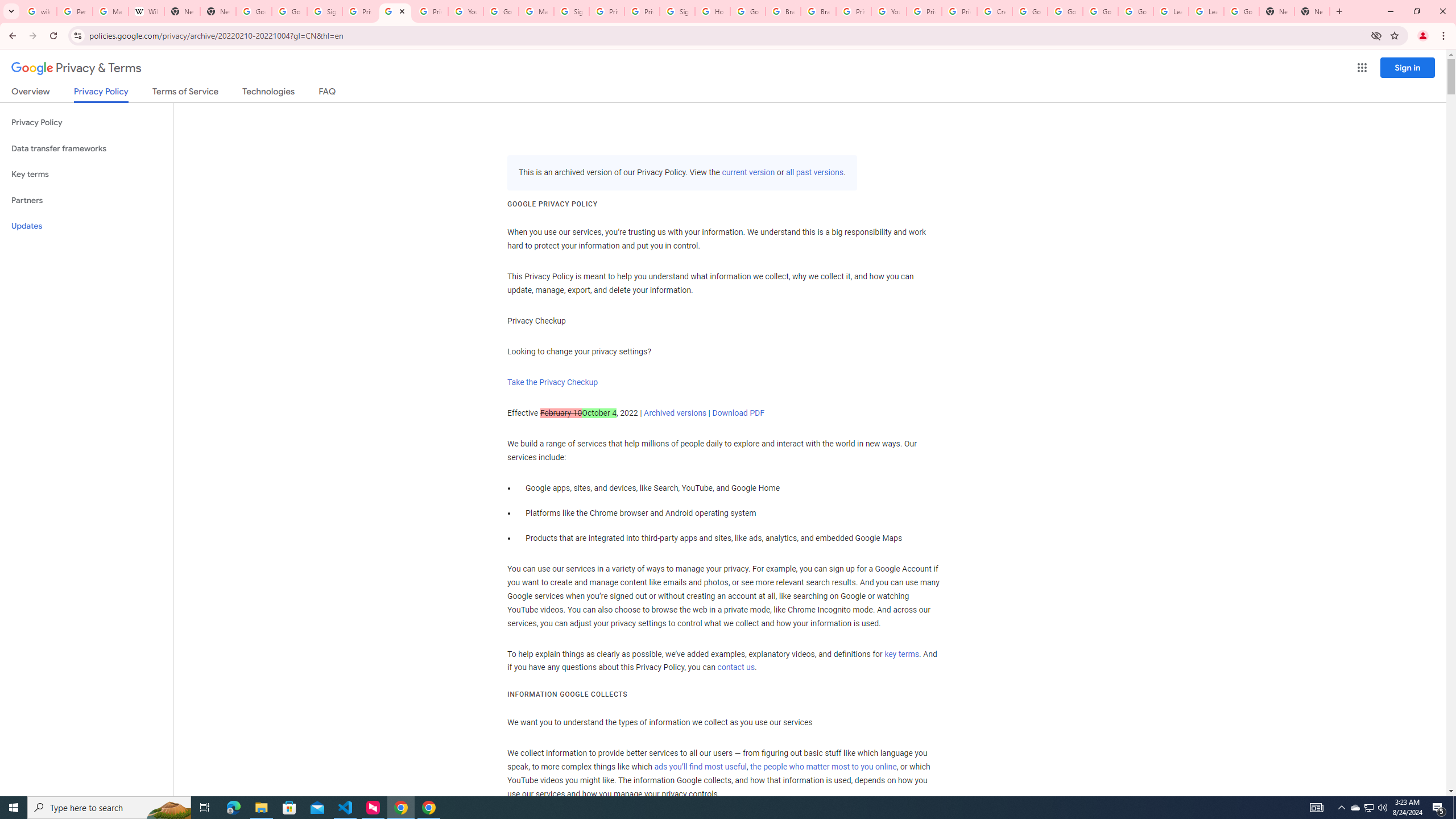 The image size is (1456, 819). I want to click on 'Archived versions', so click(675, 412).